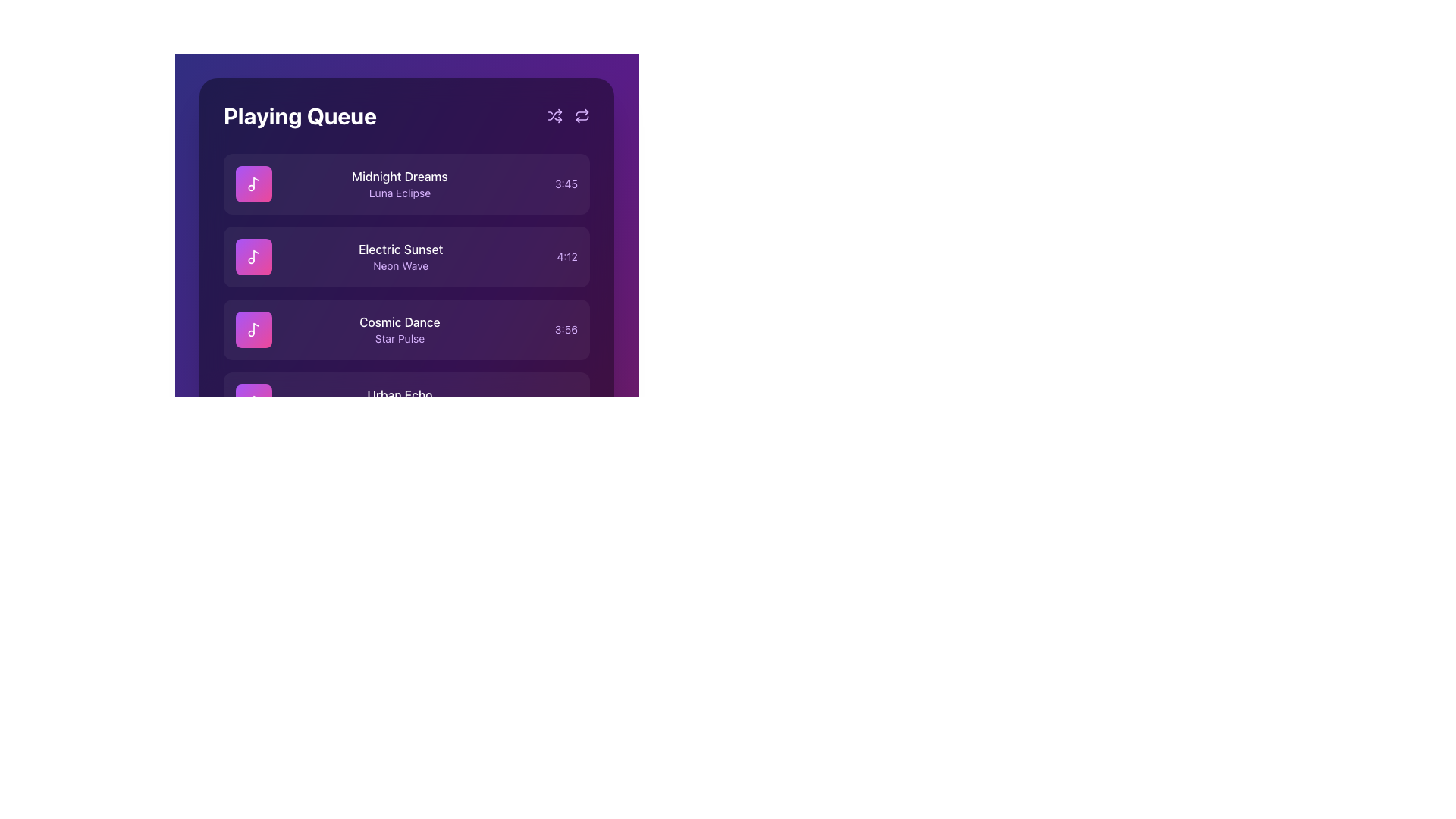 The height and width of the screenshot is (819, 1456). I want to click on the music note icon within the pink square of the third card in the 'Playing Queue' interface, which visually represents the music track, so click(256, 328).